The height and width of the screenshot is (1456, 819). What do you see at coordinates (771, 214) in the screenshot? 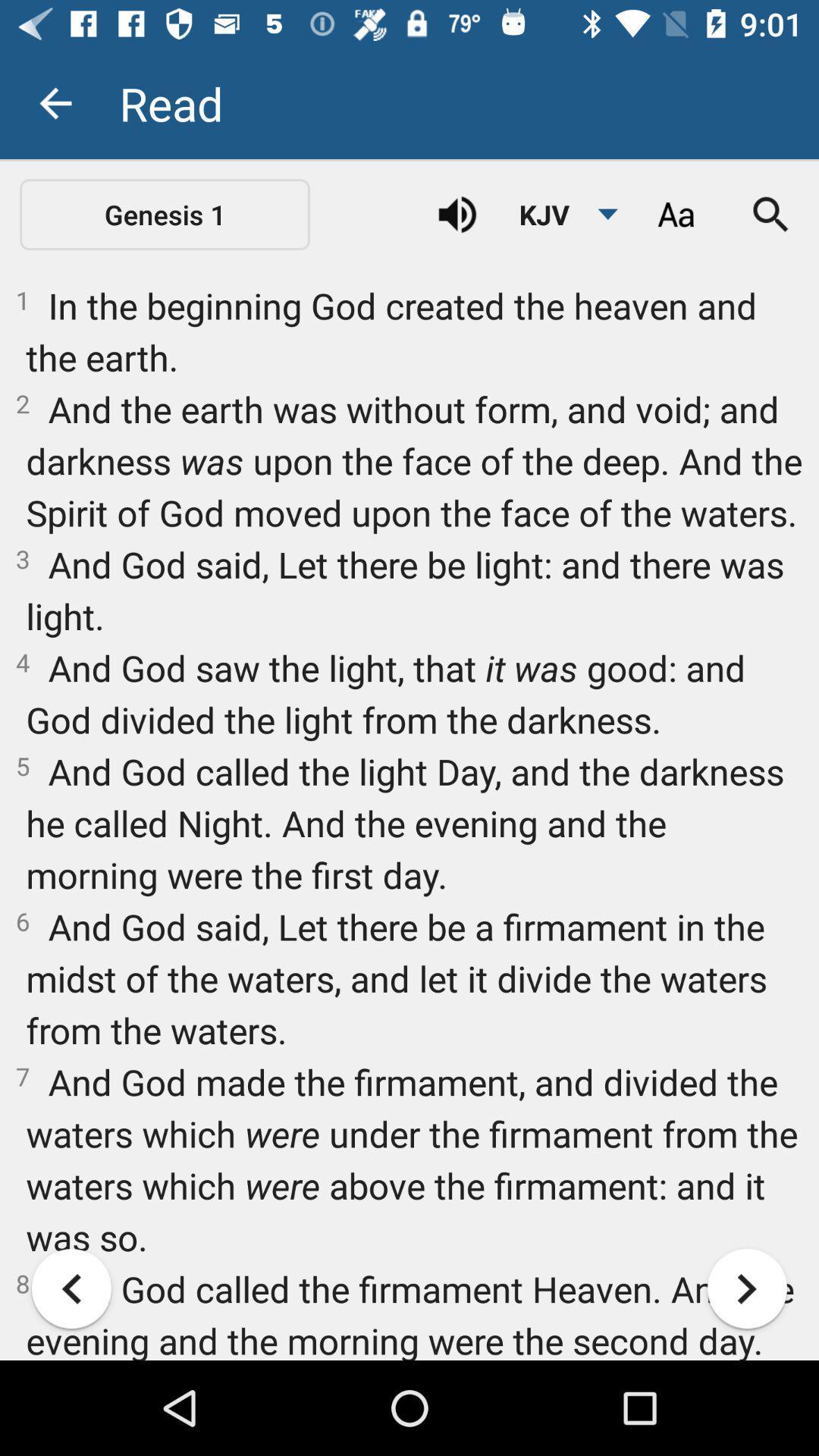
I see `icon above 1 in the icon` at bounding box center [771, 214].